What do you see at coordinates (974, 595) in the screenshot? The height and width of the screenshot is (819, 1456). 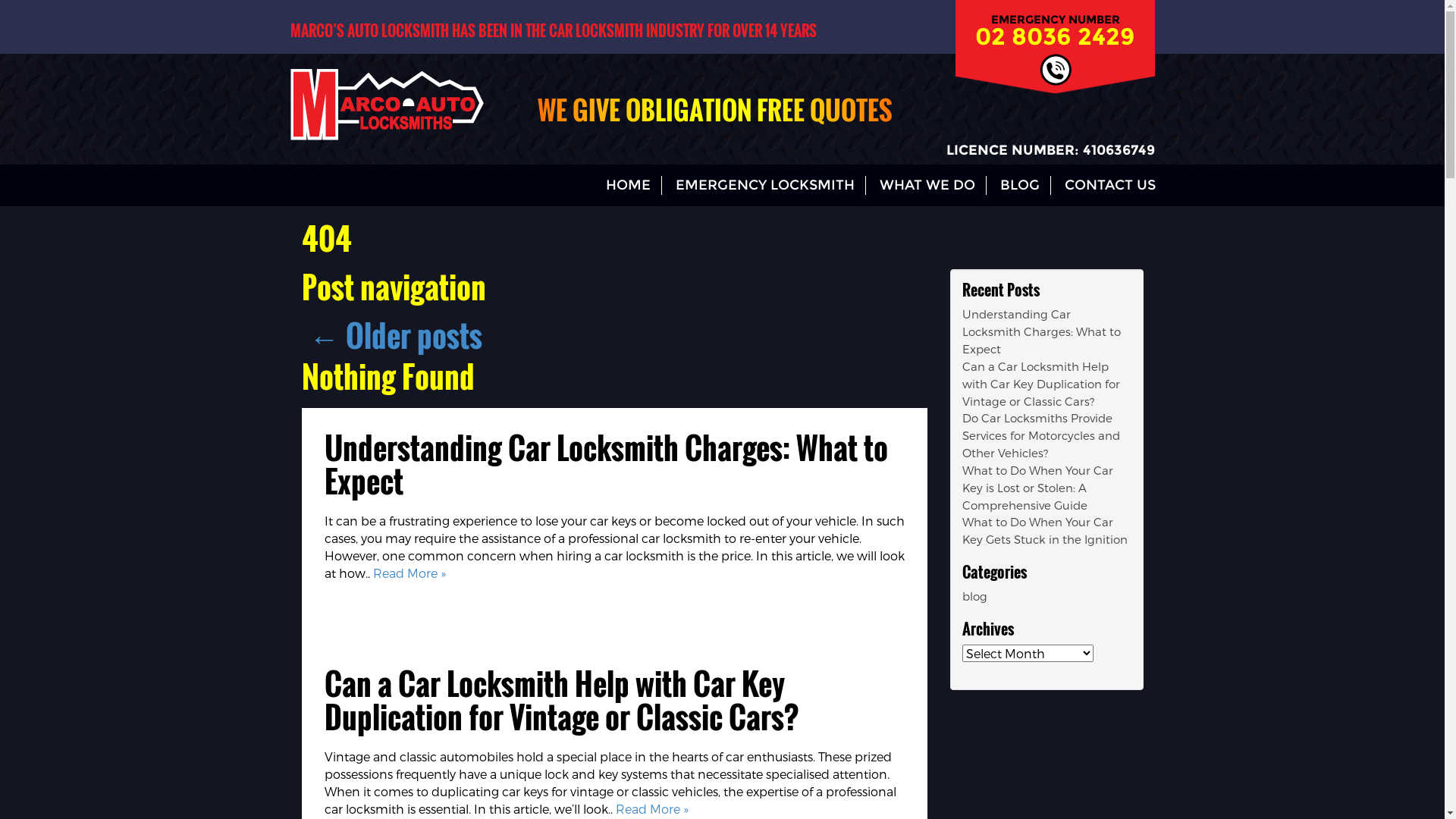 I see `'blog'` at bounding box center [974, 595].